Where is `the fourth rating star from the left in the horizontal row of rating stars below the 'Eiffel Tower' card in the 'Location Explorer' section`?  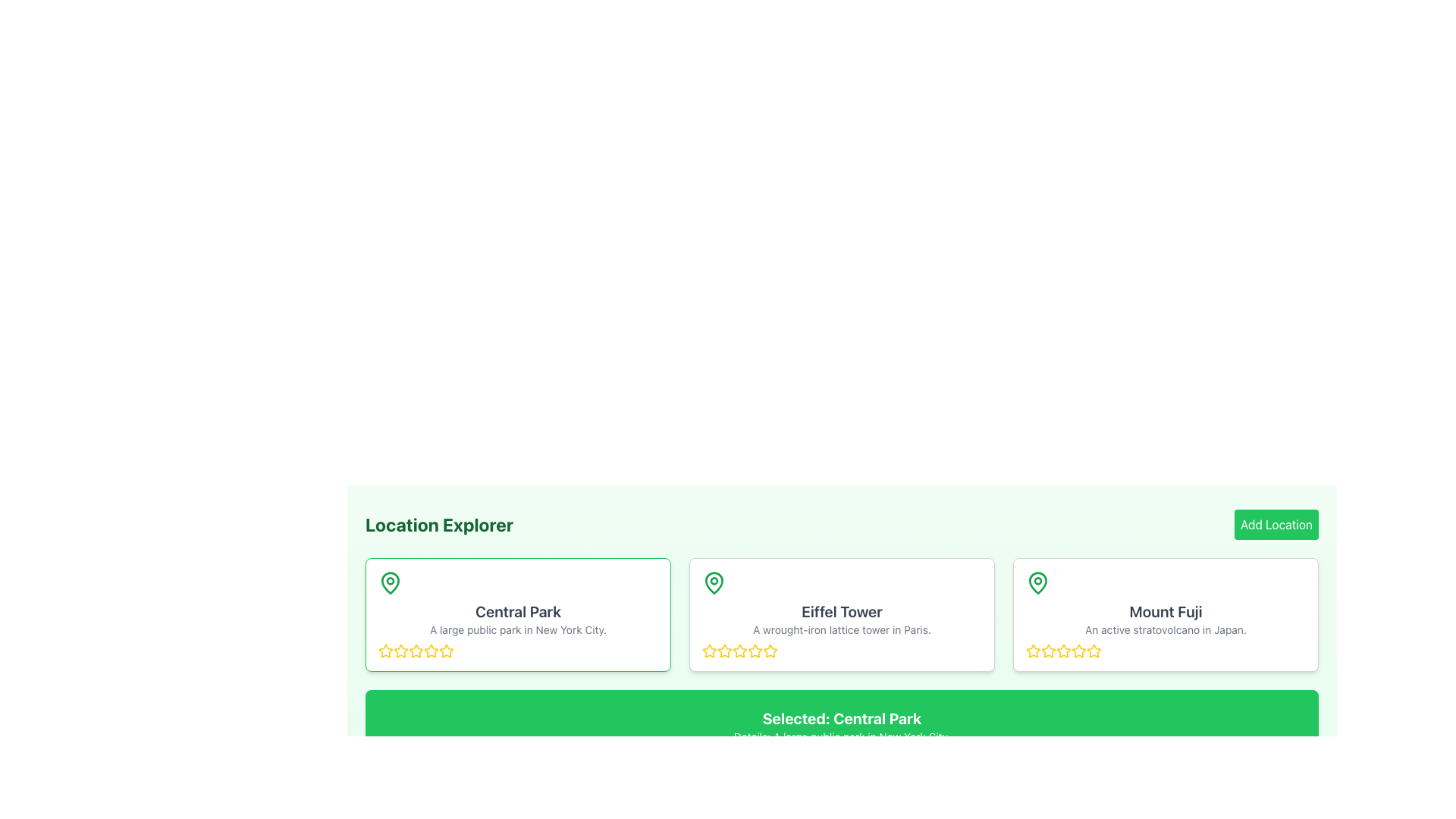 the fourth rating star from the left in the horizontal row of rating stars below the 'Eiffel Tower' card in the 'Location Explorer' section is located at coordinates (739, 651).